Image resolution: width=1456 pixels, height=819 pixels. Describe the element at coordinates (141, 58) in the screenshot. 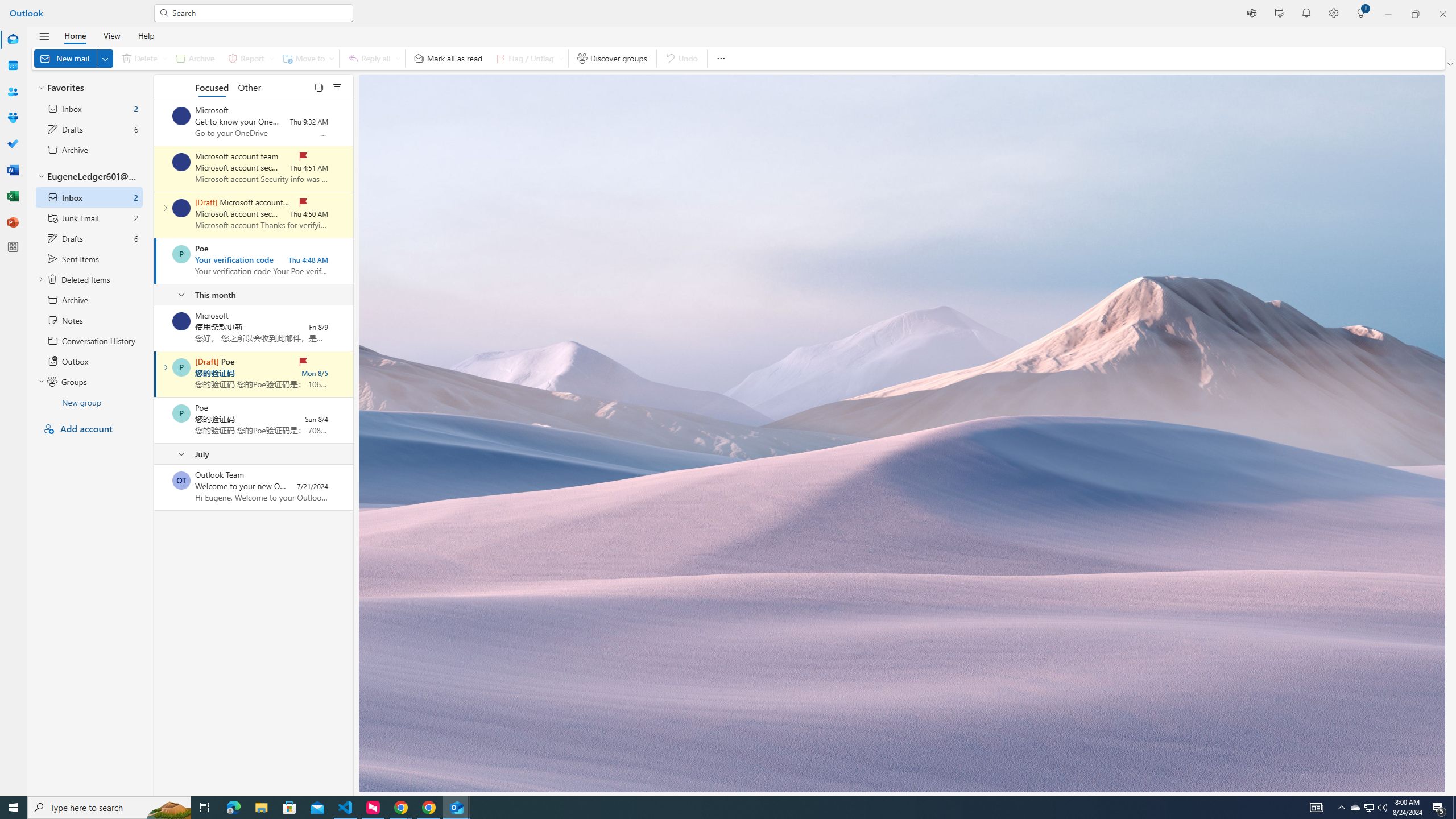

I see `'Delete'` at that location.